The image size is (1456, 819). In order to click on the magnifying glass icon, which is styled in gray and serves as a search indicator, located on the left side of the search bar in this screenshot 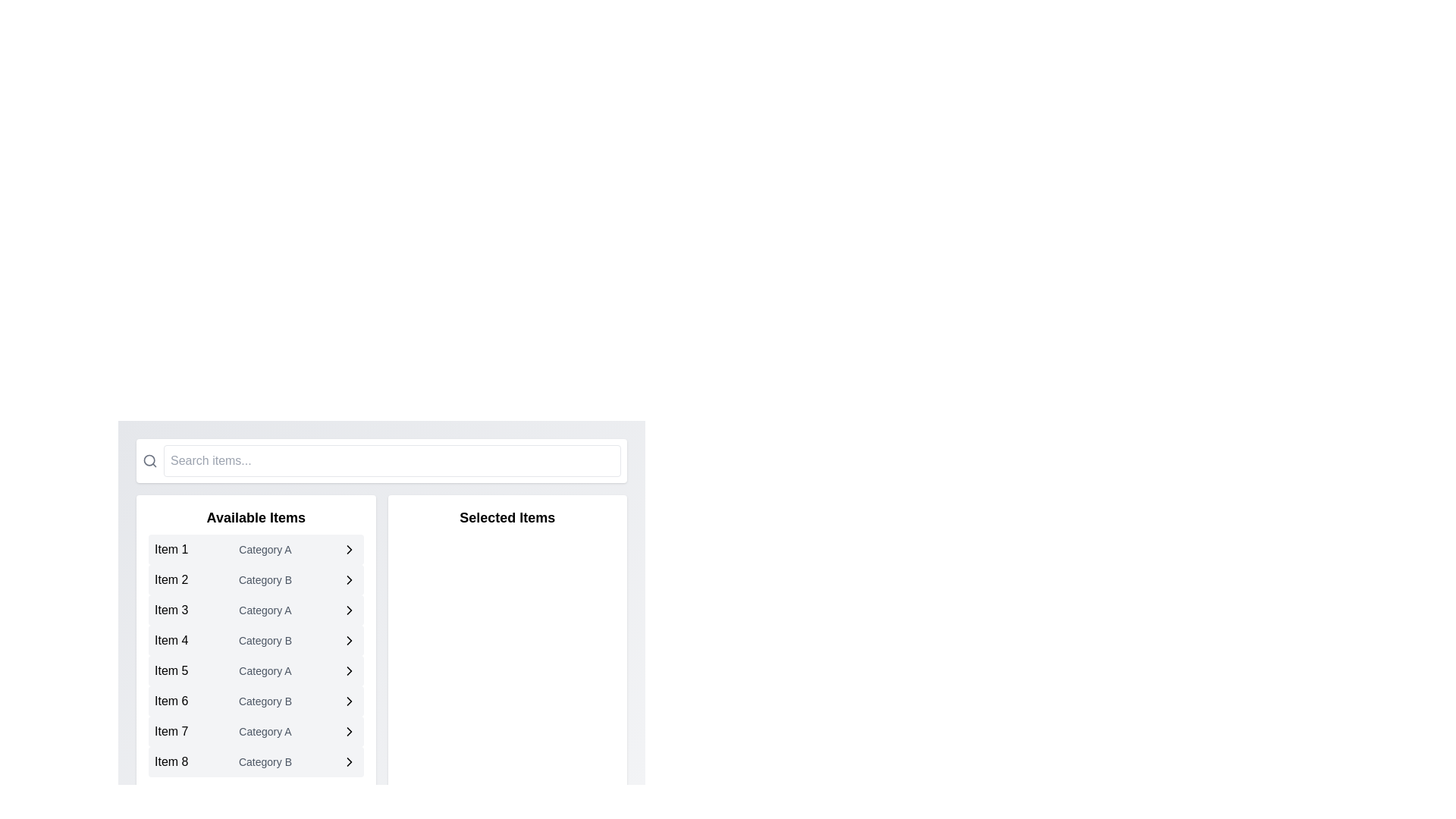, I will do `click(149, 460)`.